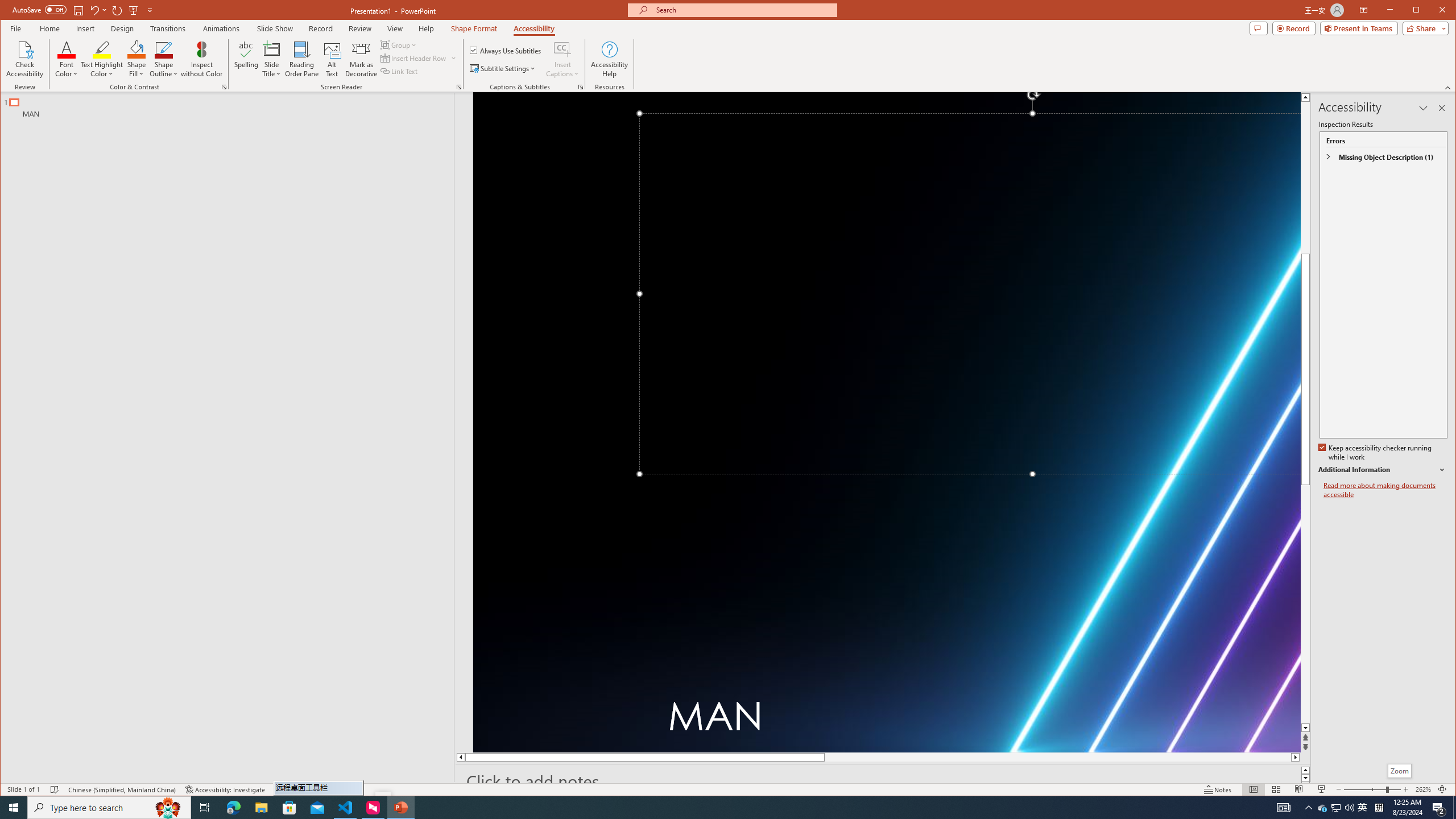 Image resolution: width=1456 pixels, height=819 pixels. Describe the element at coordinates (1405, 789) in the screenshot. I see `'Zoom In'` at that location.